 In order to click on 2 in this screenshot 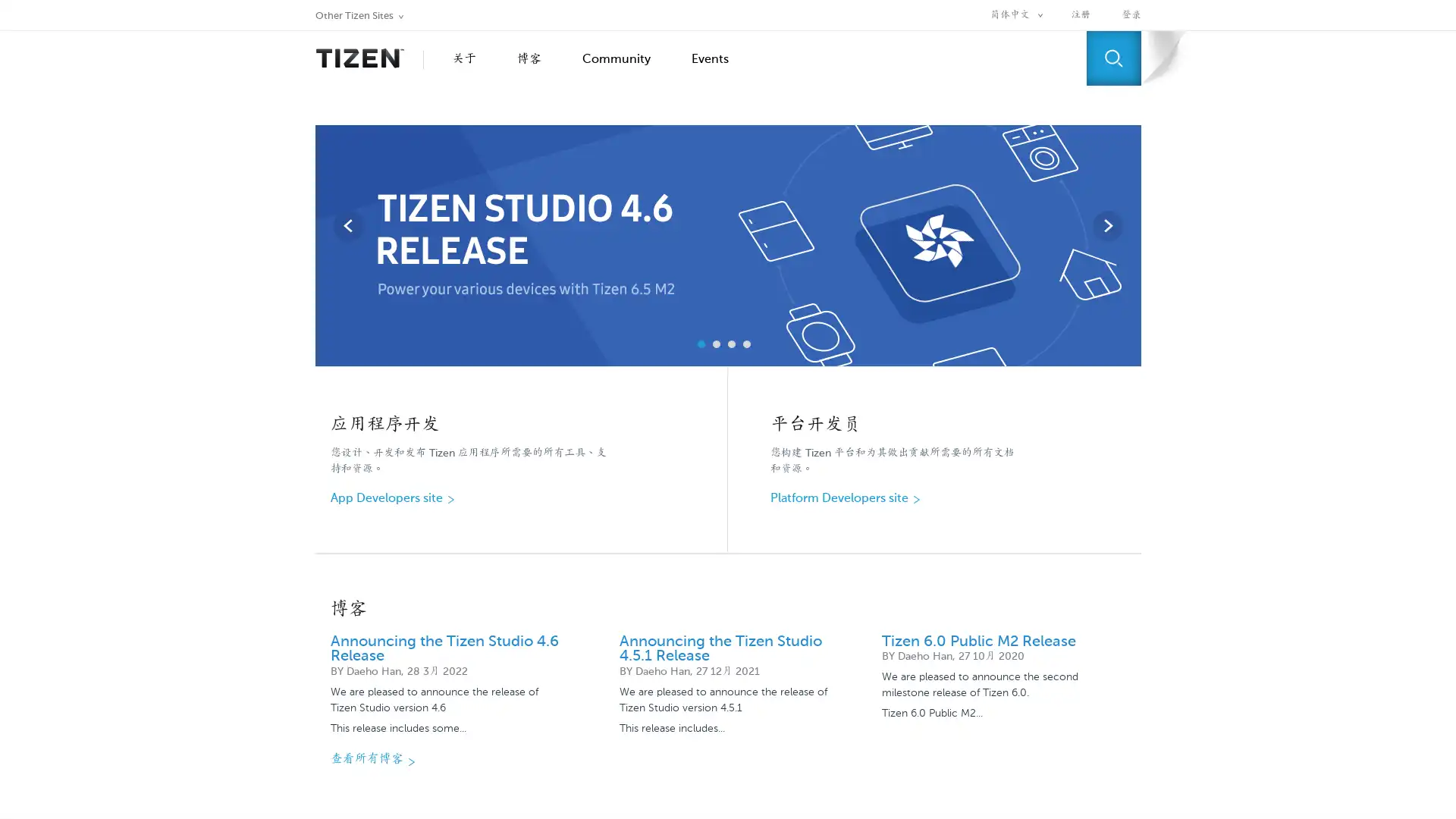, I will do `click(716, 344)`.